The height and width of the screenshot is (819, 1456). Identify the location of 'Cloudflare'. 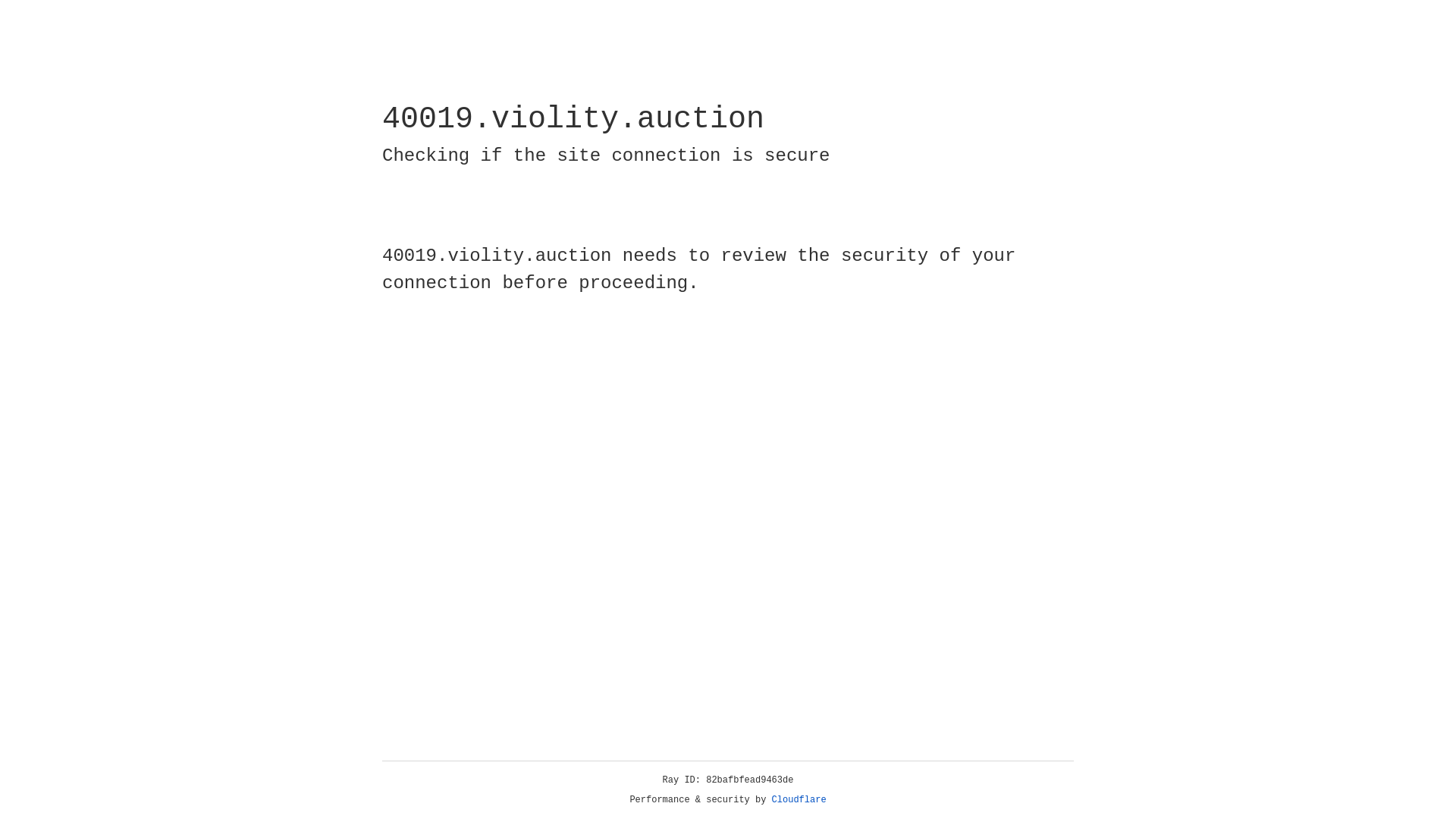
(799, 799).